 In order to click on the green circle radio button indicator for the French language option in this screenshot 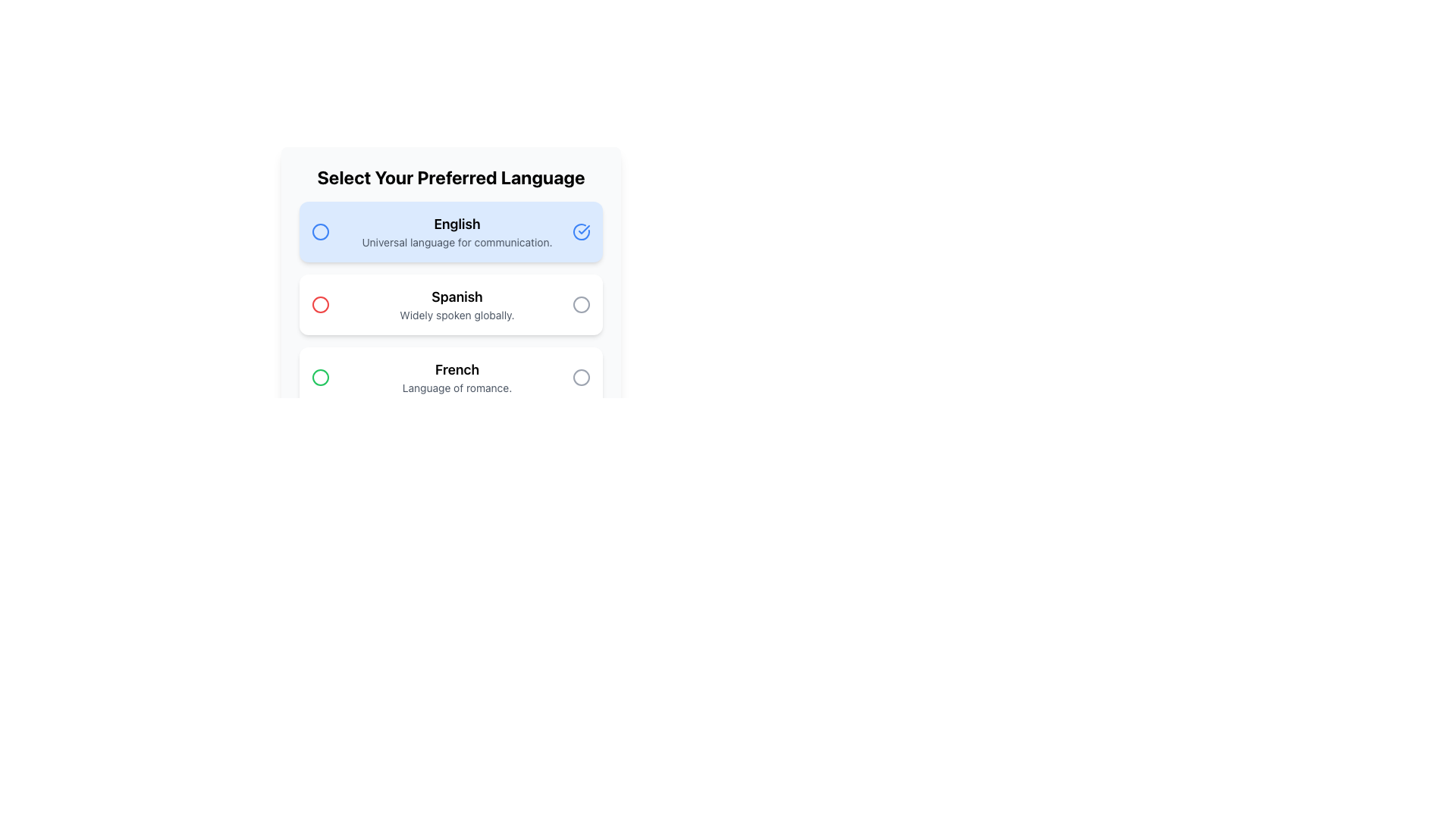, I will do `click(319, 376)`.